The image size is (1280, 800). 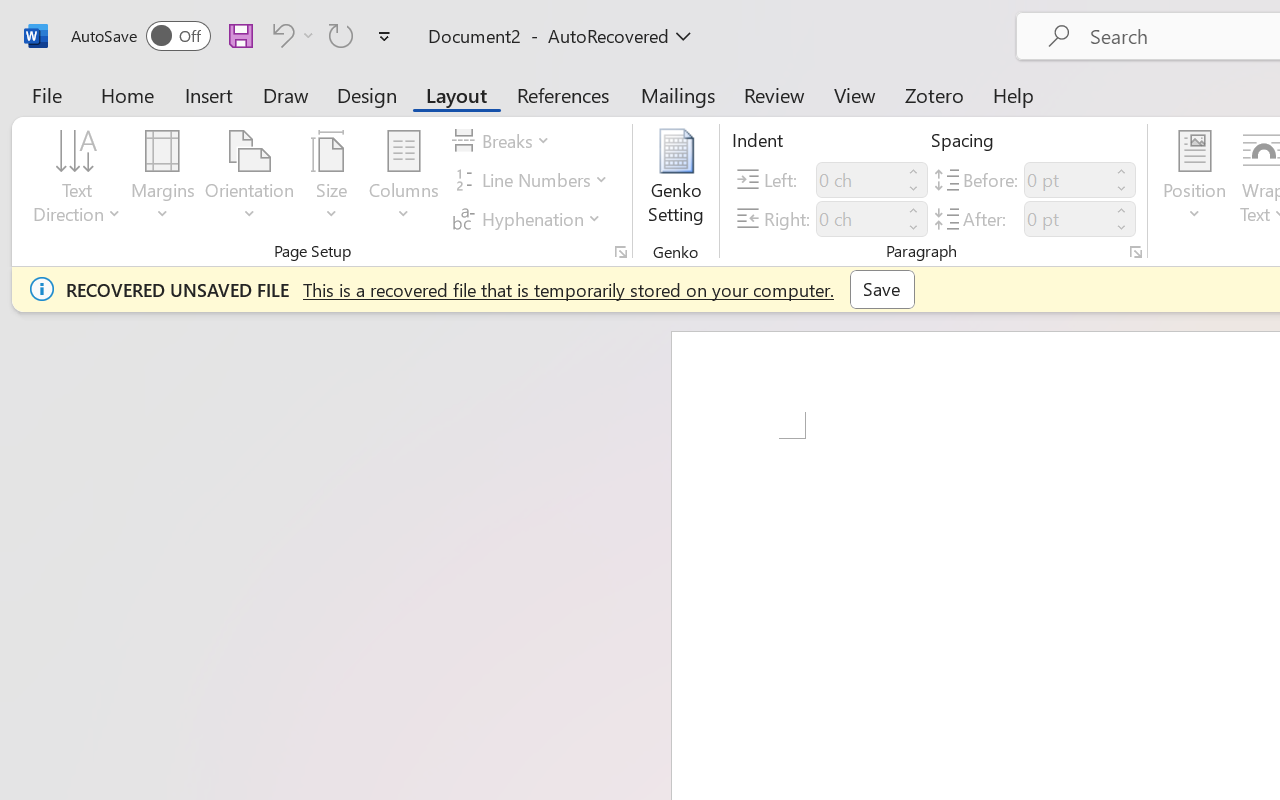 I want to click on 'Help', so click(x=1013, y=94).